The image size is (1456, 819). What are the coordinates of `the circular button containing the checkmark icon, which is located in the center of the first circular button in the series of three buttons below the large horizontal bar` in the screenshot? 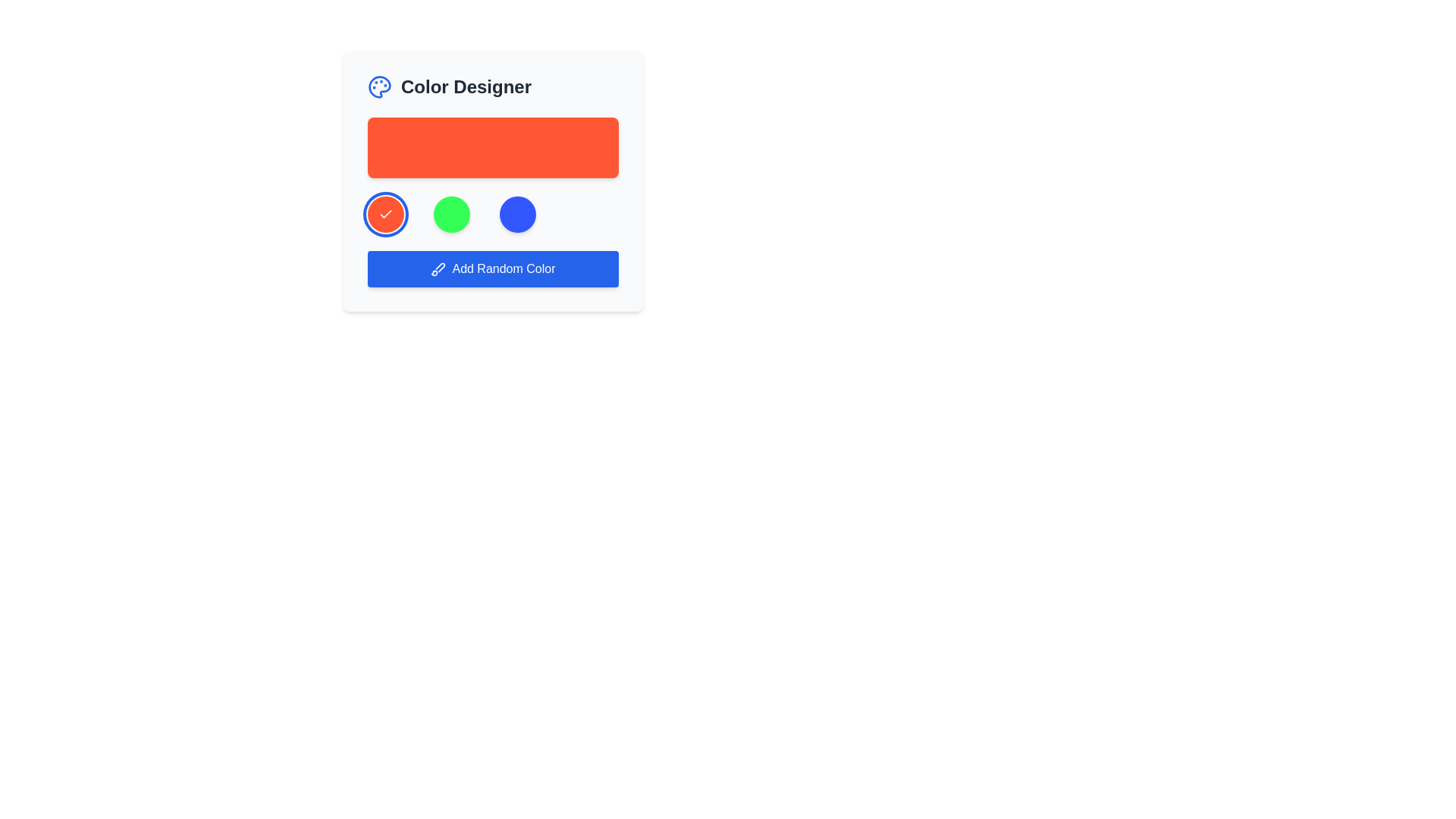 It's located at (385, 213).